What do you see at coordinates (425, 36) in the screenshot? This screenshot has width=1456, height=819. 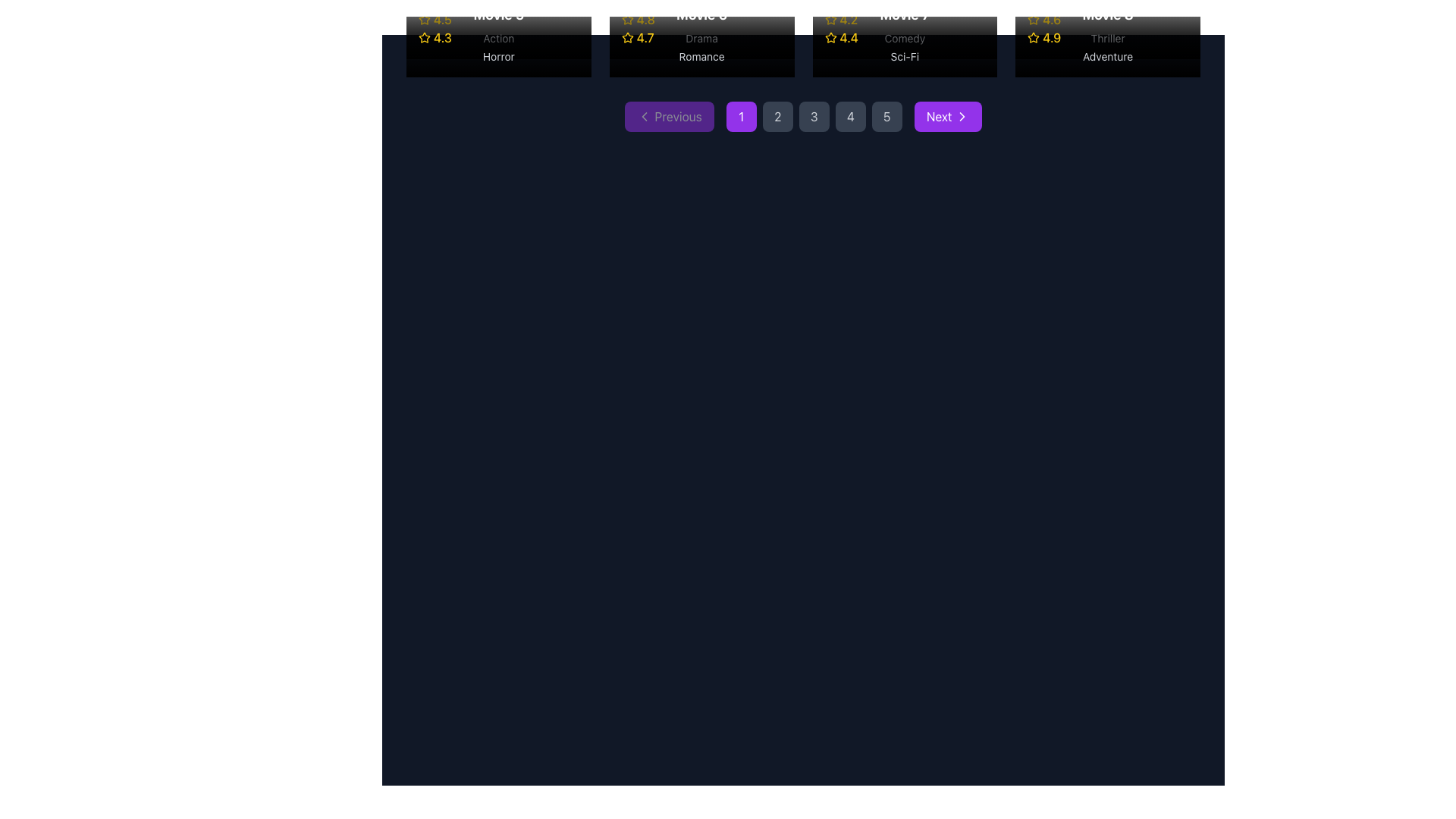 I see `the star icon representing the rating of the first listed movie, located in the top-left corner of the interface` at bounding box center [425, 36].